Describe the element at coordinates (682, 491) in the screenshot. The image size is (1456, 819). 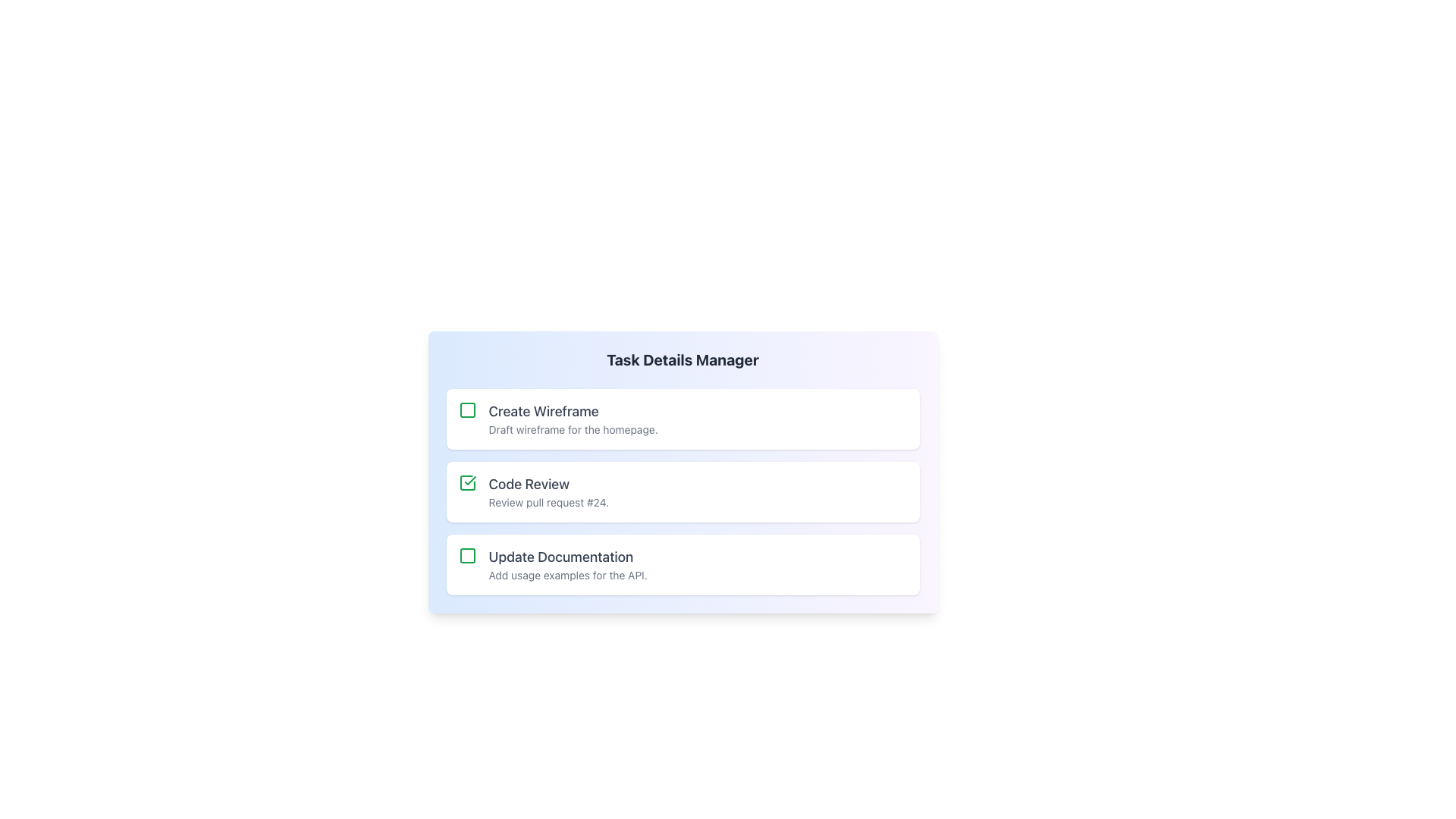
I see `the Informational card labeled 'Code Review' that indicates task completion with a green checkmark, positioned in the second place in a vertical stack of three cards` at that location.